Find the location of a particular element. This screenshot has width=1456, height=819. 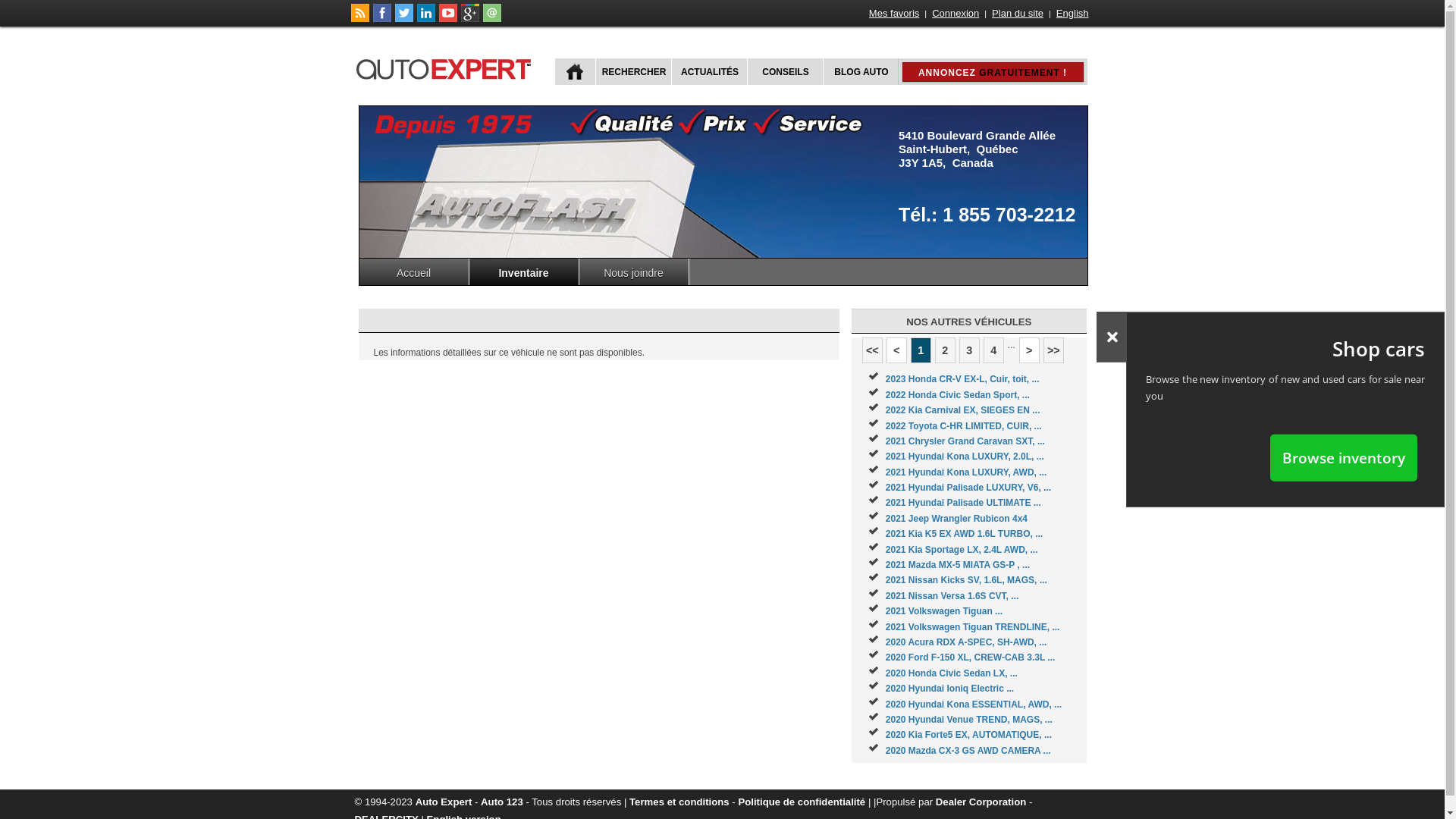

'2020 Kia Forte5 EX, AUTOMATIQUE, ...' is located at coordinates (968, 733).